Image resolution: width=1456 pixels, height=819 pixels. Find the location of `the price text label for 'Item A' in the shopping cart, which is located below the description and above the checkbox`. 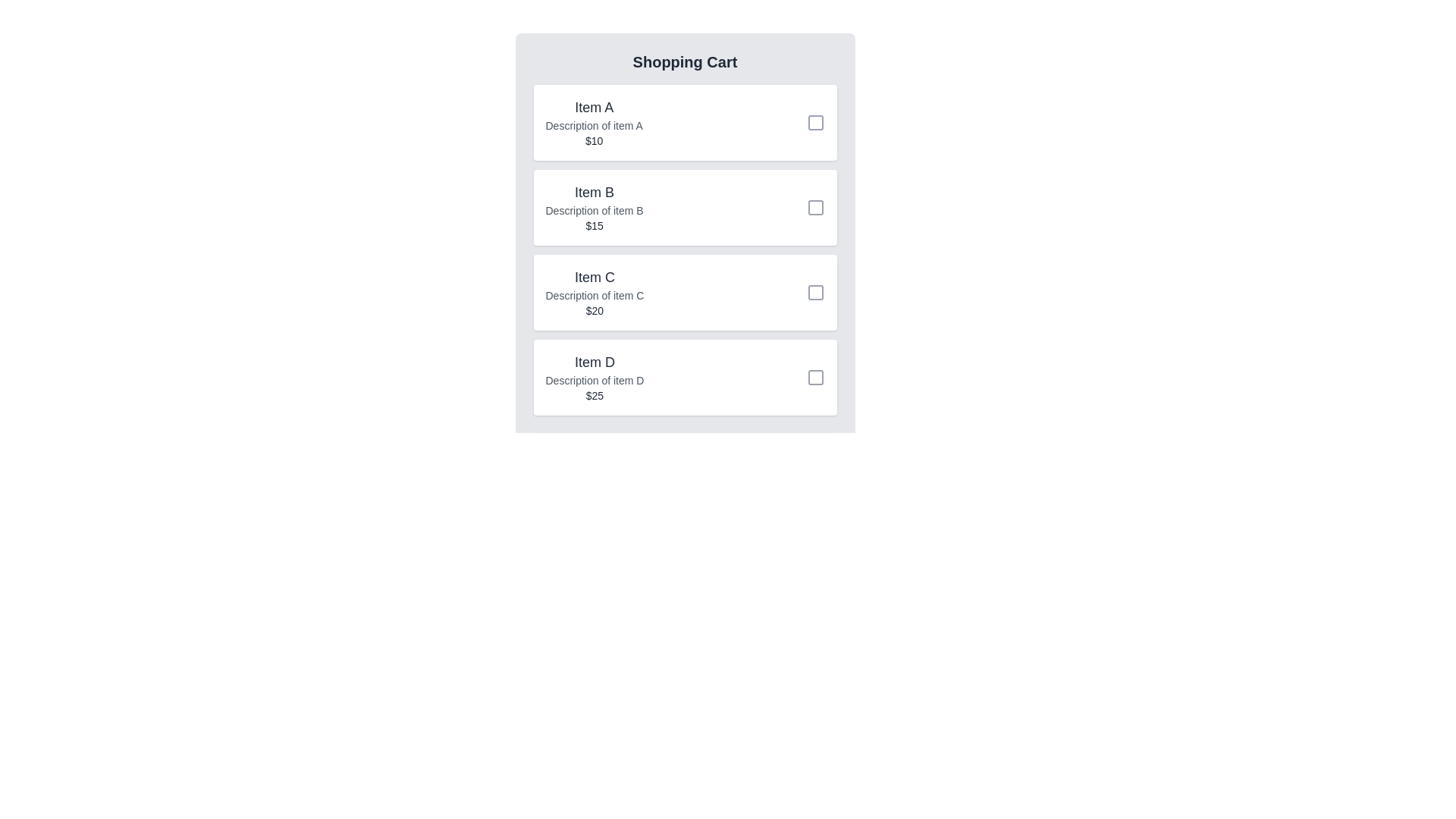

the price text label for 'Item A' in the shopping cart, which is located below the description and above the checkbox is located at coordinates (593, 140).